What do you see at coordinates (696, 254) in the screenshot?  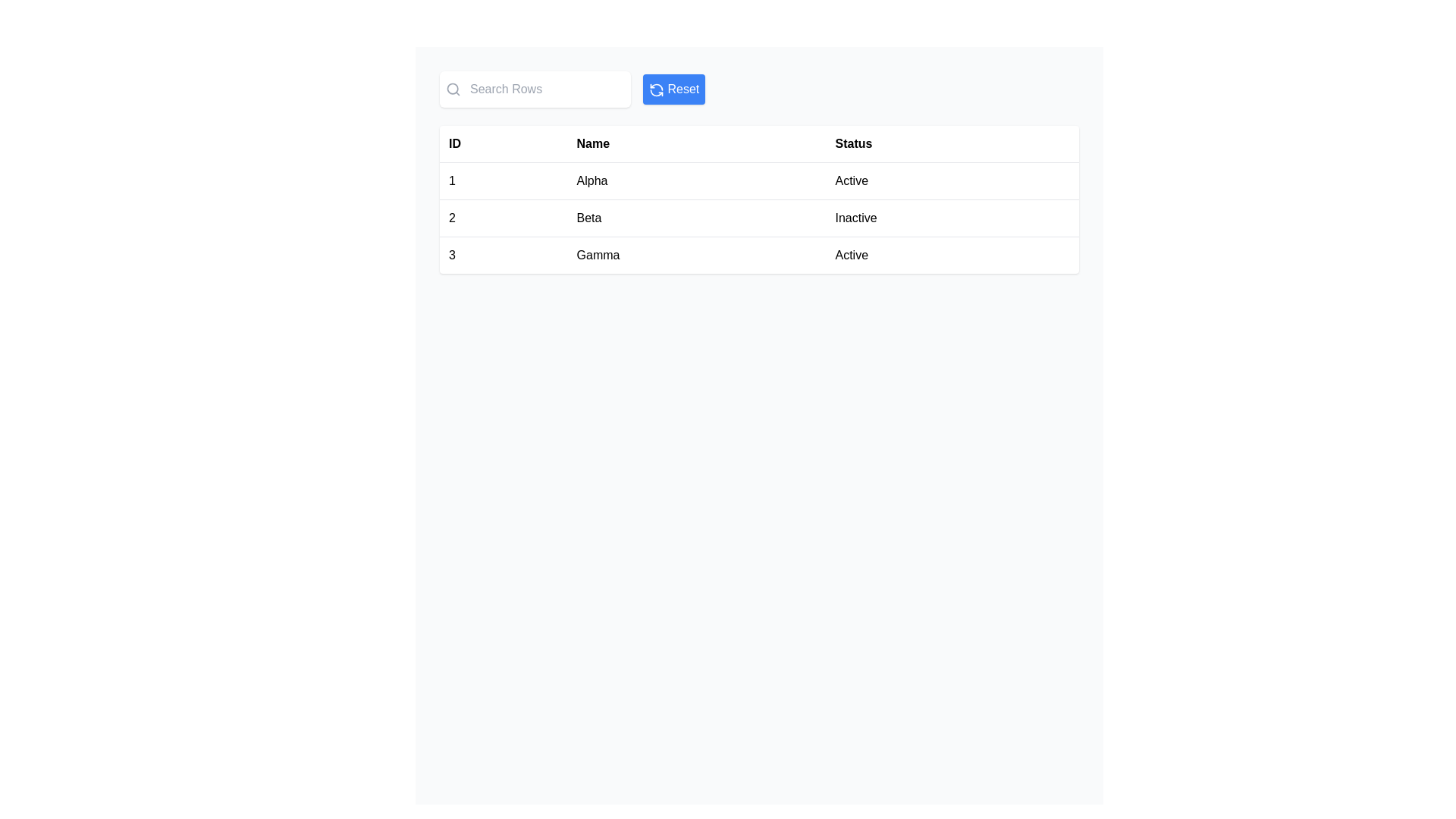 I see `the table cell containing the name 'Gamma', which is the second cell in the third row of the table` at bounding box center [696, 254].